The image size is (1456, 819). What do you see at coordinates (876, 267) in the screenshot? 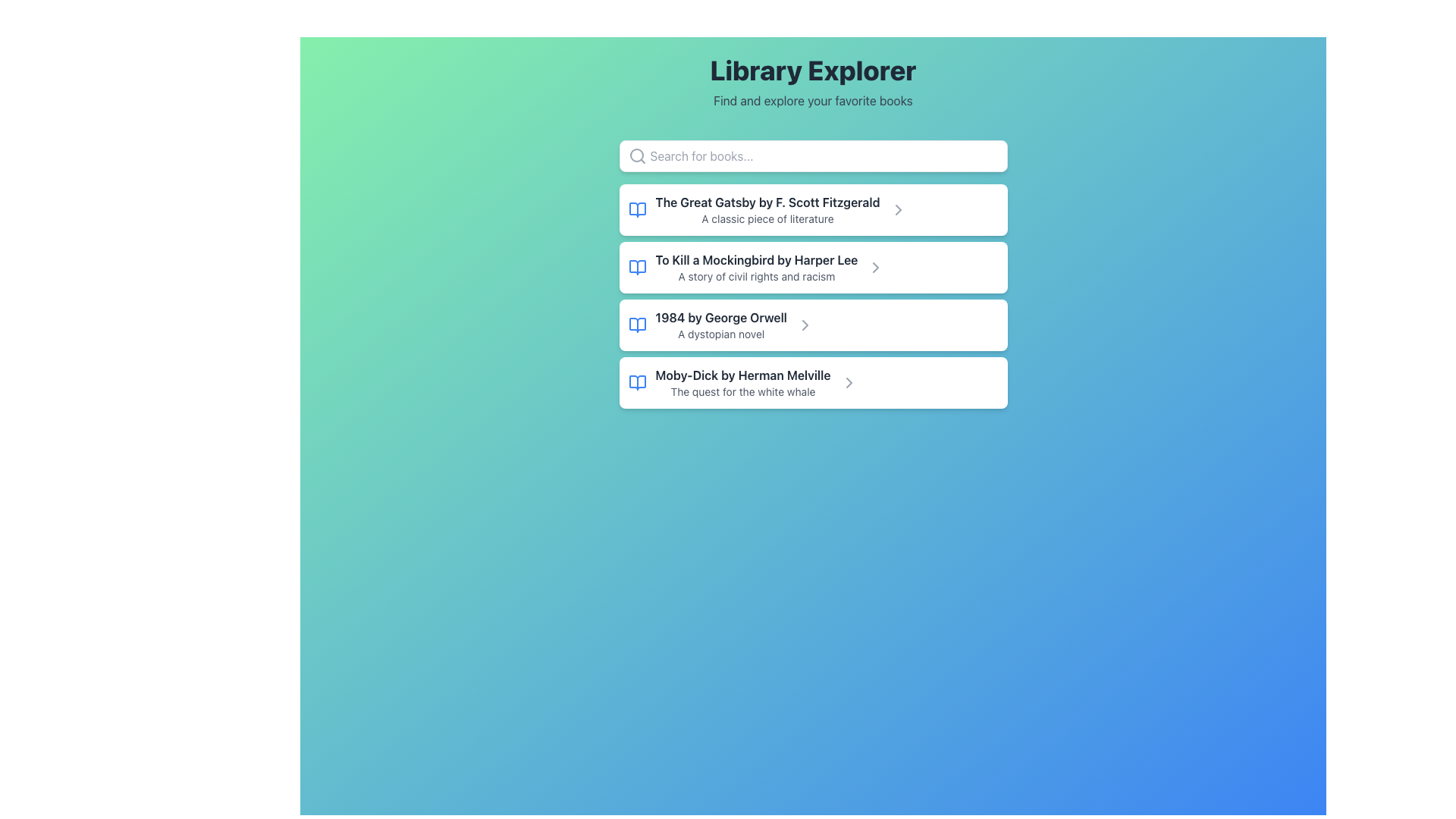
I see `the Chevron icon located at the far right of the list item for 'To Kill a Mockingbird by Harper Lee', which serves as a navigation or expansion cue` at bounding box center [876, 267].